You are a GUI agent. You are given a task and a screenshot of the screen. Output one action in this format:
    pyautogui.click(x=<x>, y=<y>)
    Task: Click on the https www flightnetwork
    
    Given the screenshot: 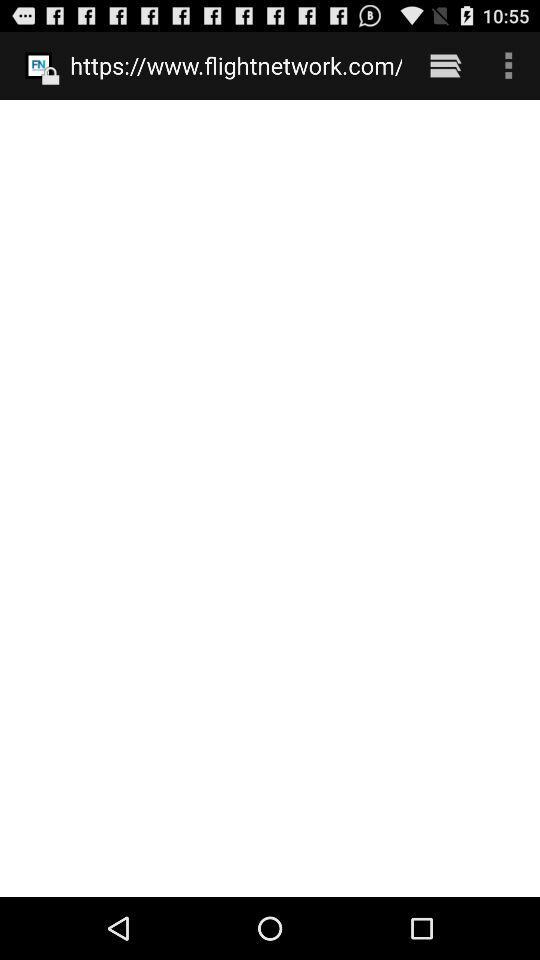 What is the action you would take?
    pyautogui.click(x=235, y=65)
    